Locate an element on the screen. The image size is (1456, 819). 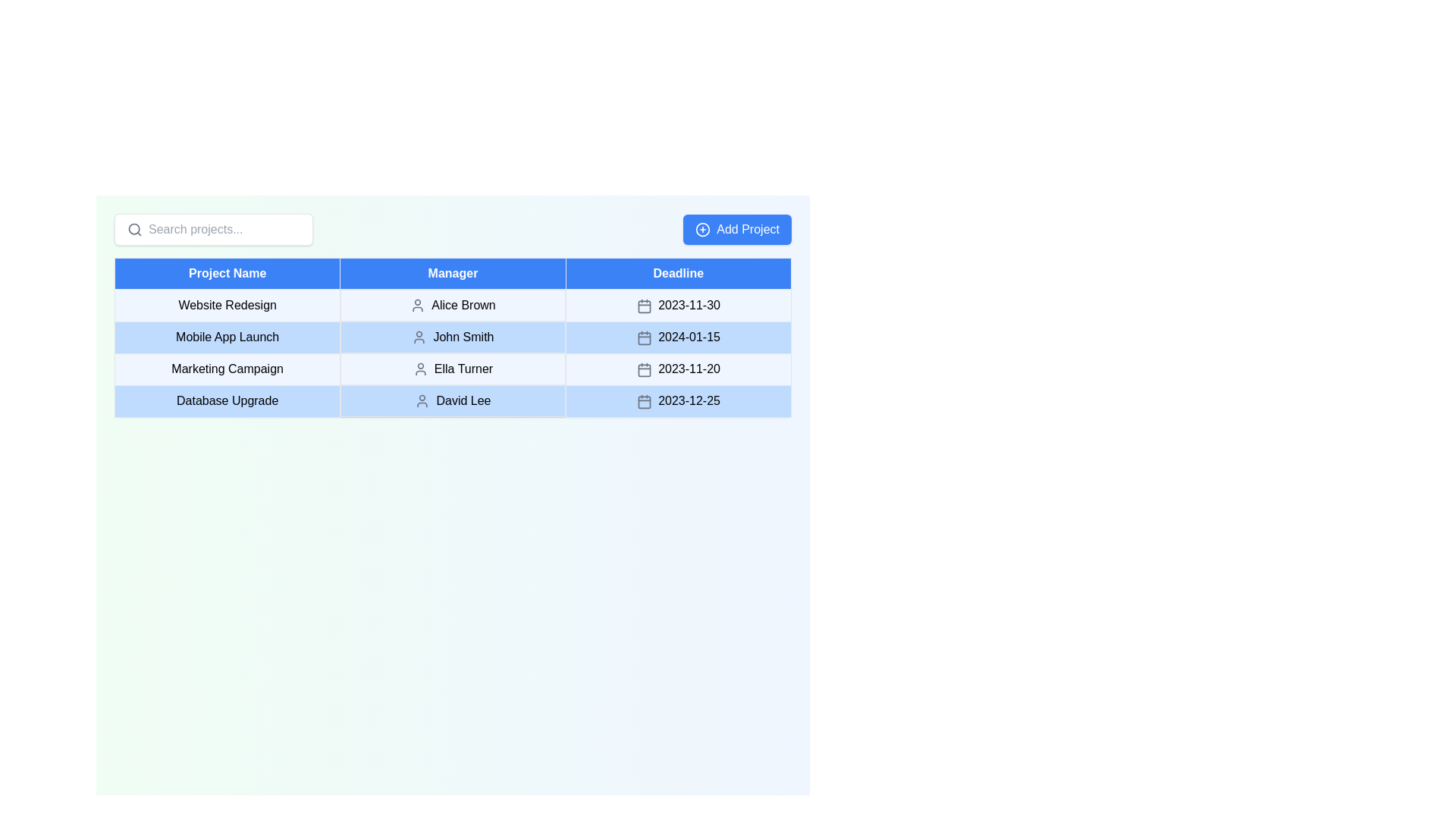
the Date display element showing '2023-12-25' with a calendar icon located in the fourth row under the 'Deadline' column of a tabular interface is located at coordinates (677, 400).